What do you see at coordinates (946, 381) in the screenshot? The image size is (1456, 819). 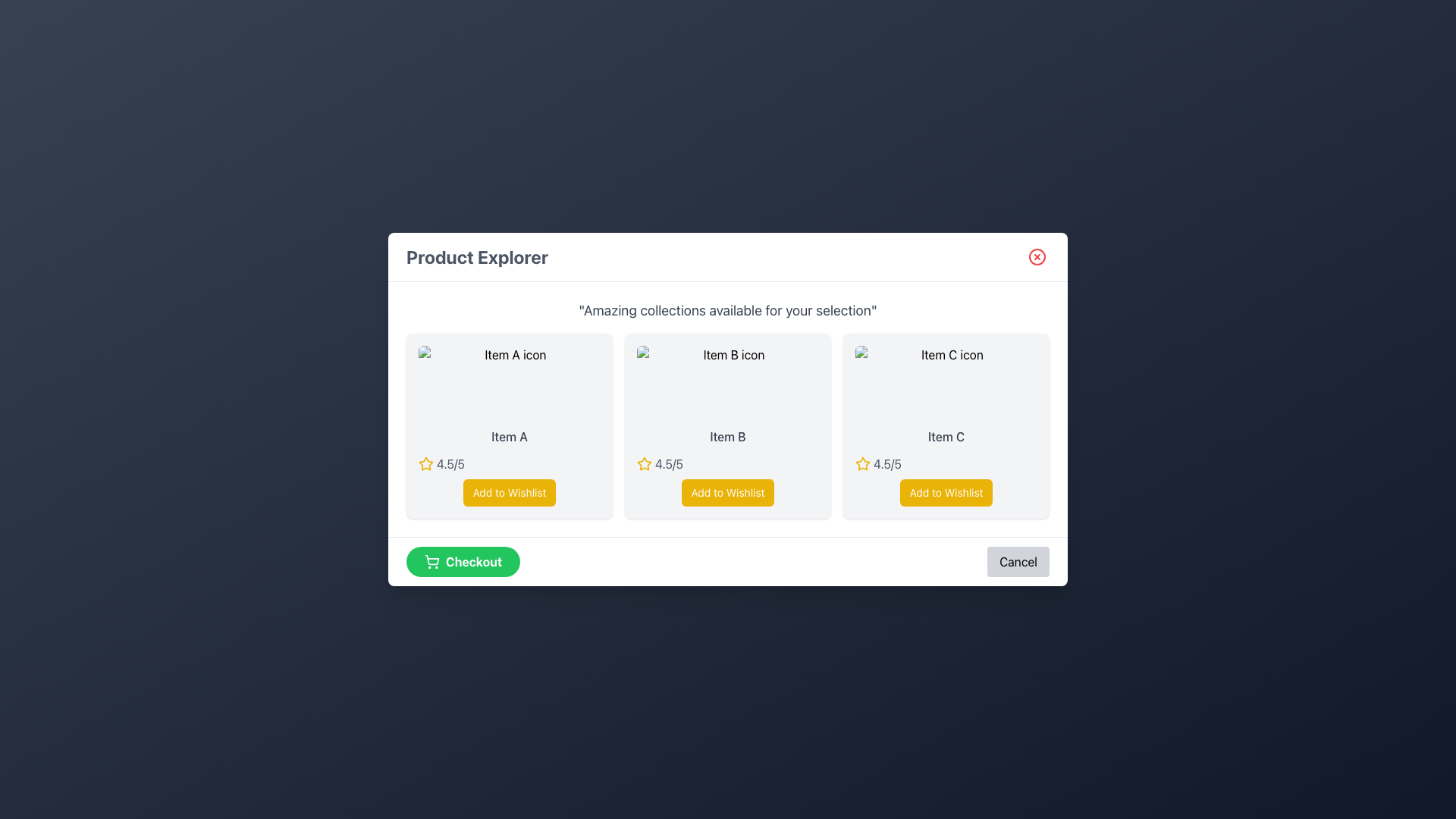 I see `the thumbnail image representing 'Item C' located` at bounding box center [946, 381].